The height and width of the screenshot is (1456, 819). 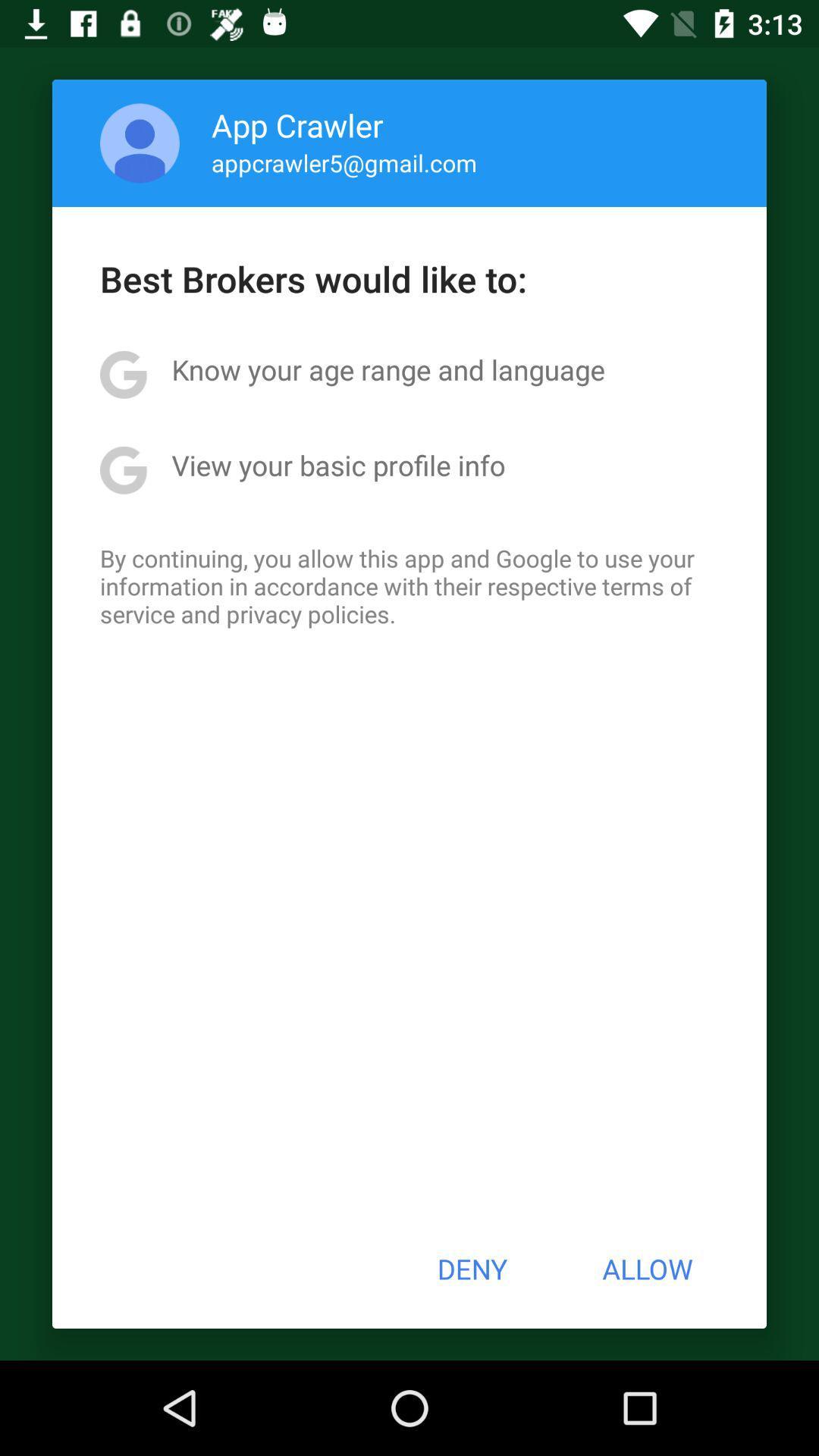 I want to click on view your basic, so click(x=337, y=464).